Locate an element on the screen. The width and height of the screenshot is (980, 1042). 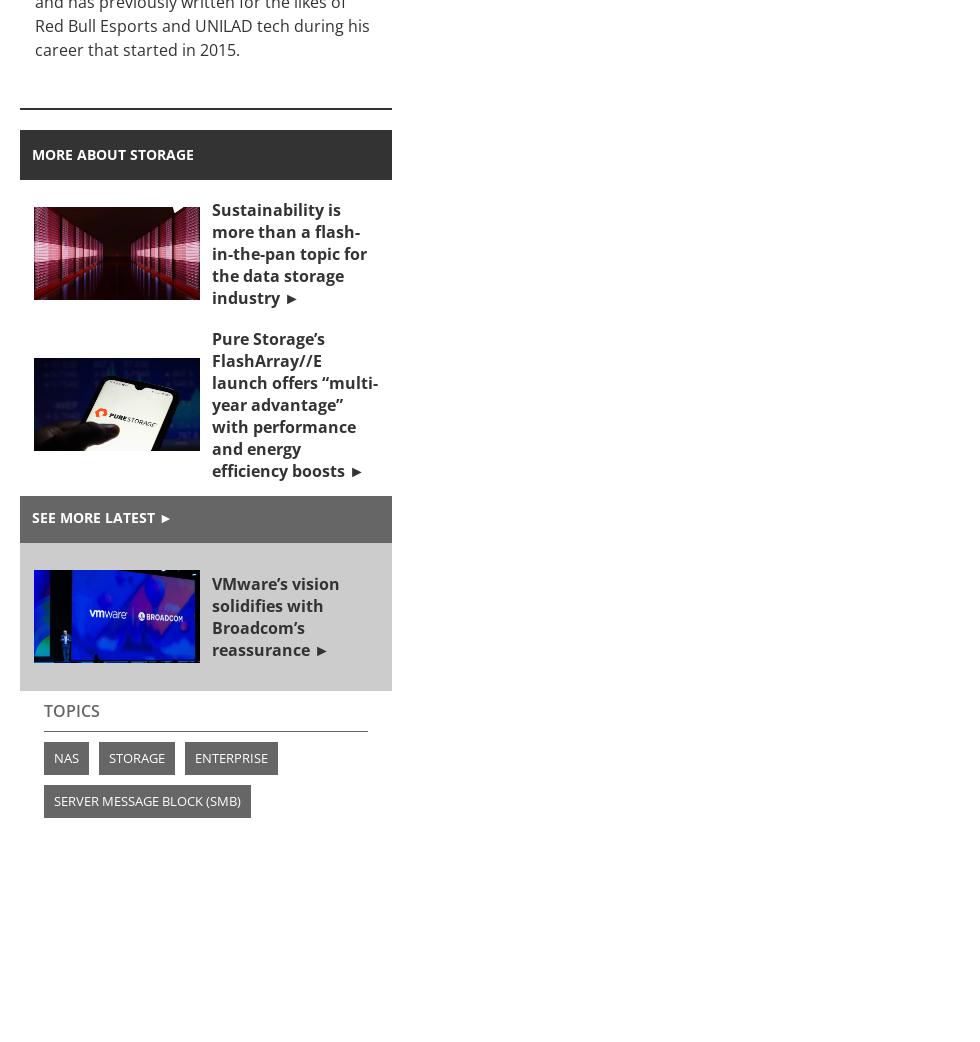
'Storage' is located at coordinates (137, 756).